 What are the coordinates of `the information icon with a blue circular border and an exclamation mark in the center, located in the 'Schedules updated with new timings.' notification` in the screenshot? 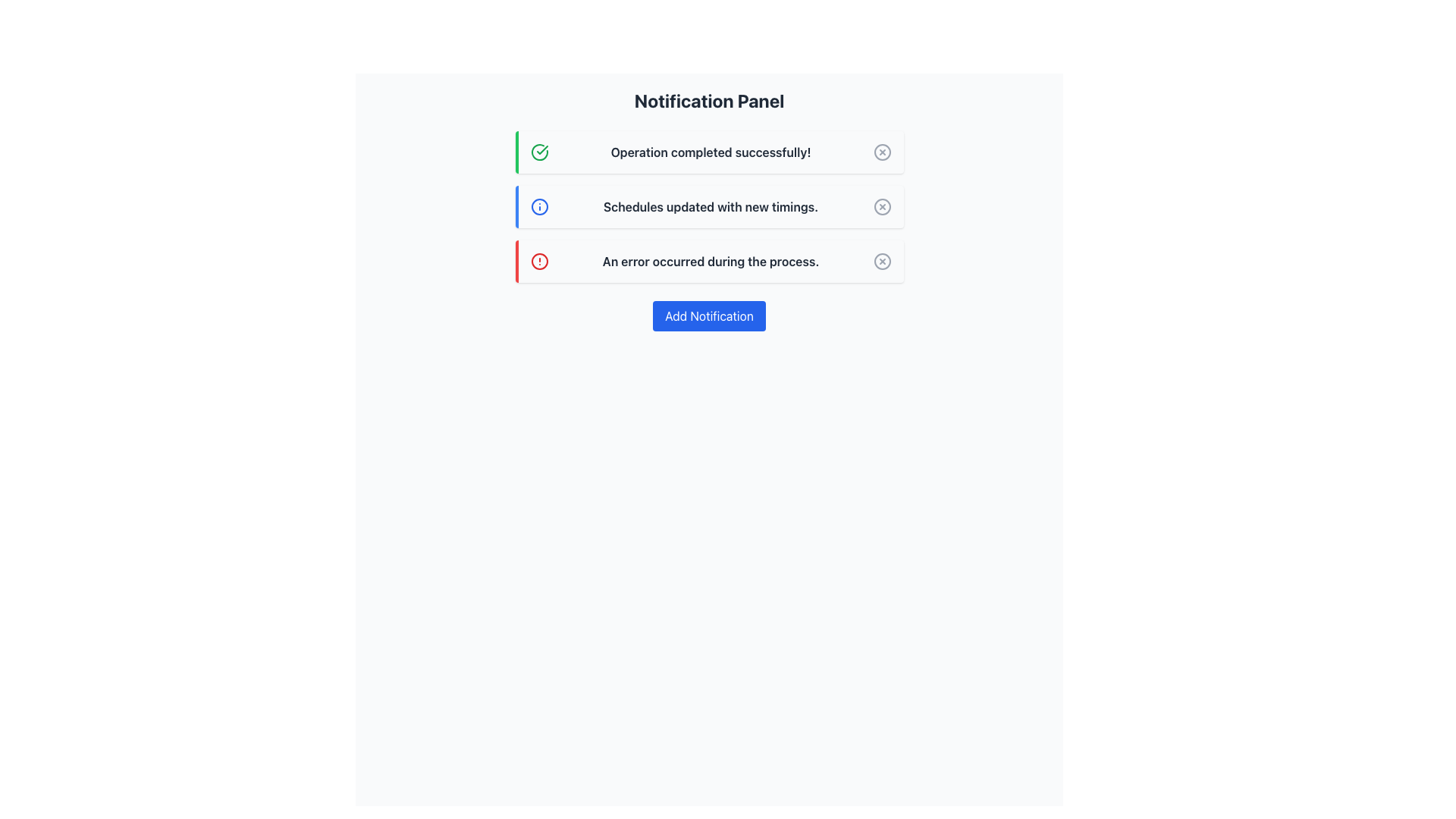 It's located at (539, 207).